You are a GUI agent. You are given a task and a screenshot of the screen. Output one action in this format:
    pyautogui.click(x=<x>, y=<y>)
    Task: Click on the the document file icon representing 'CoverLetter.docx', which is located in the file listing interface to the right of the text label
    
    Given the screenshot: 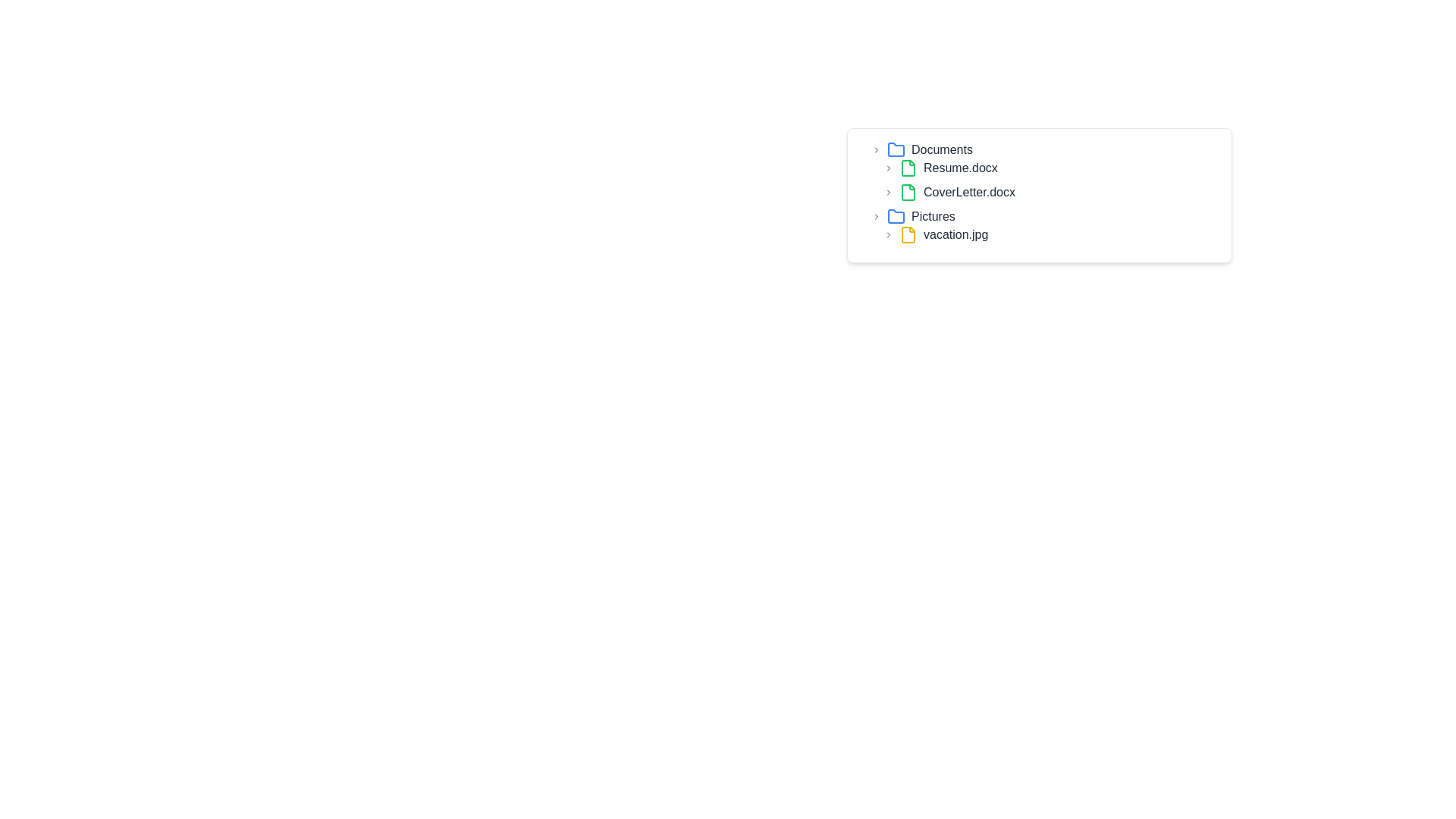 What is the action you would take?
    pyautogui.click(x=908, y=192)
    